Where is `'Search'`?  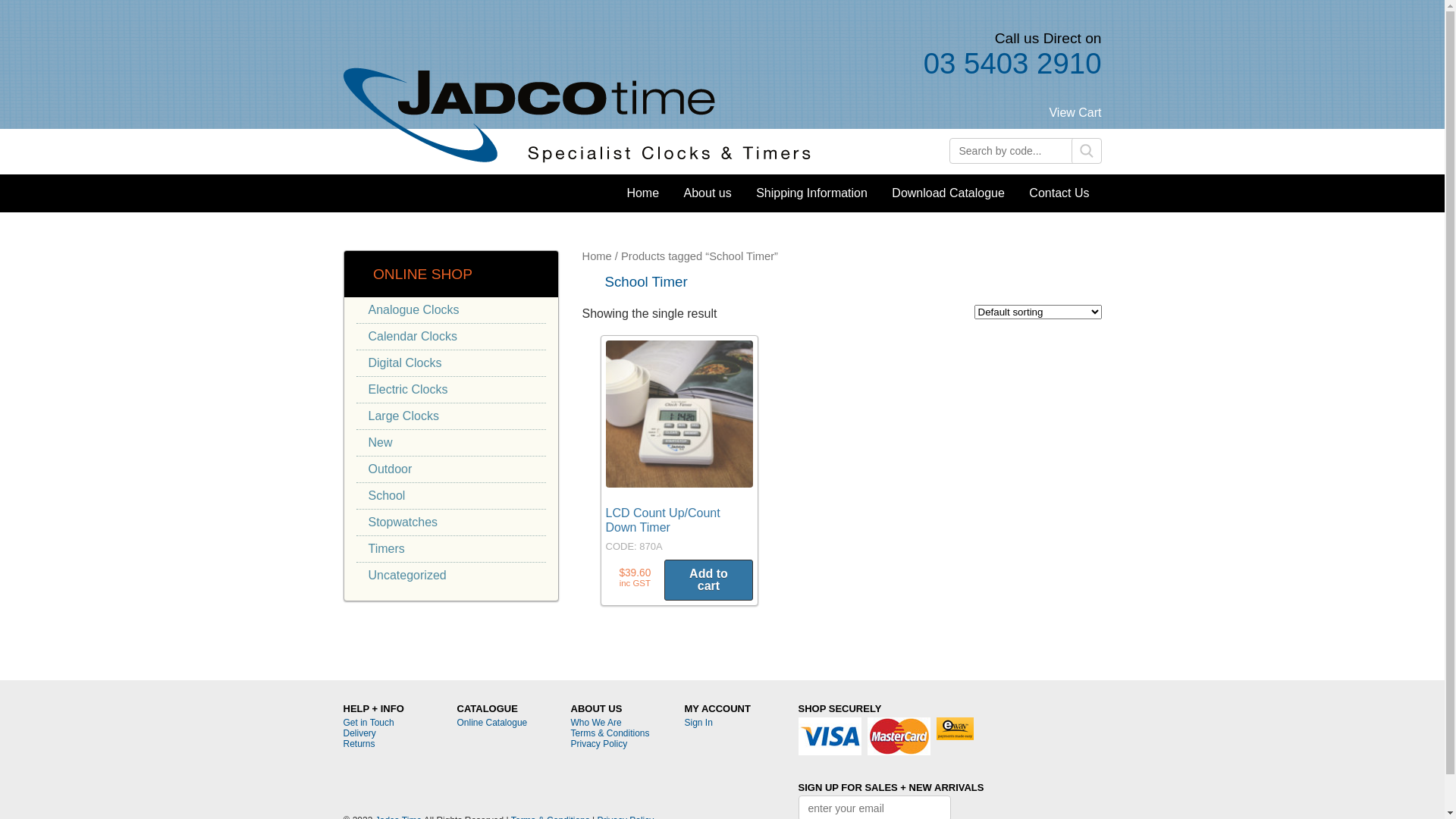
'Search' is located at coordinates (1084, 151).